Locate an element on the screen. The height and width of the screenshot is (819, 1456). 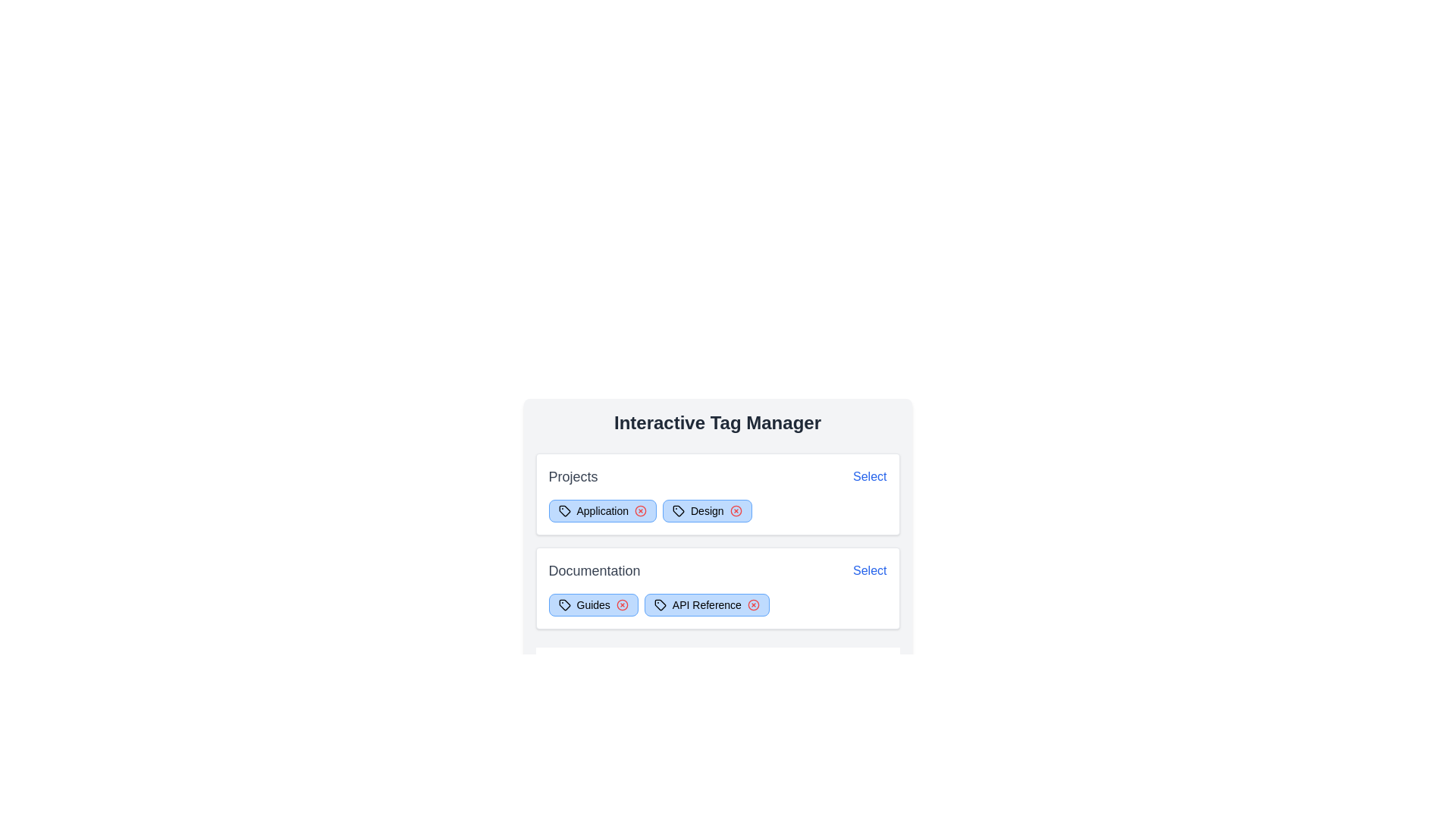
the 'API Reference' tag icon located in the Documentation section, which categorizes the associated label is located at coordinates (660, 604).